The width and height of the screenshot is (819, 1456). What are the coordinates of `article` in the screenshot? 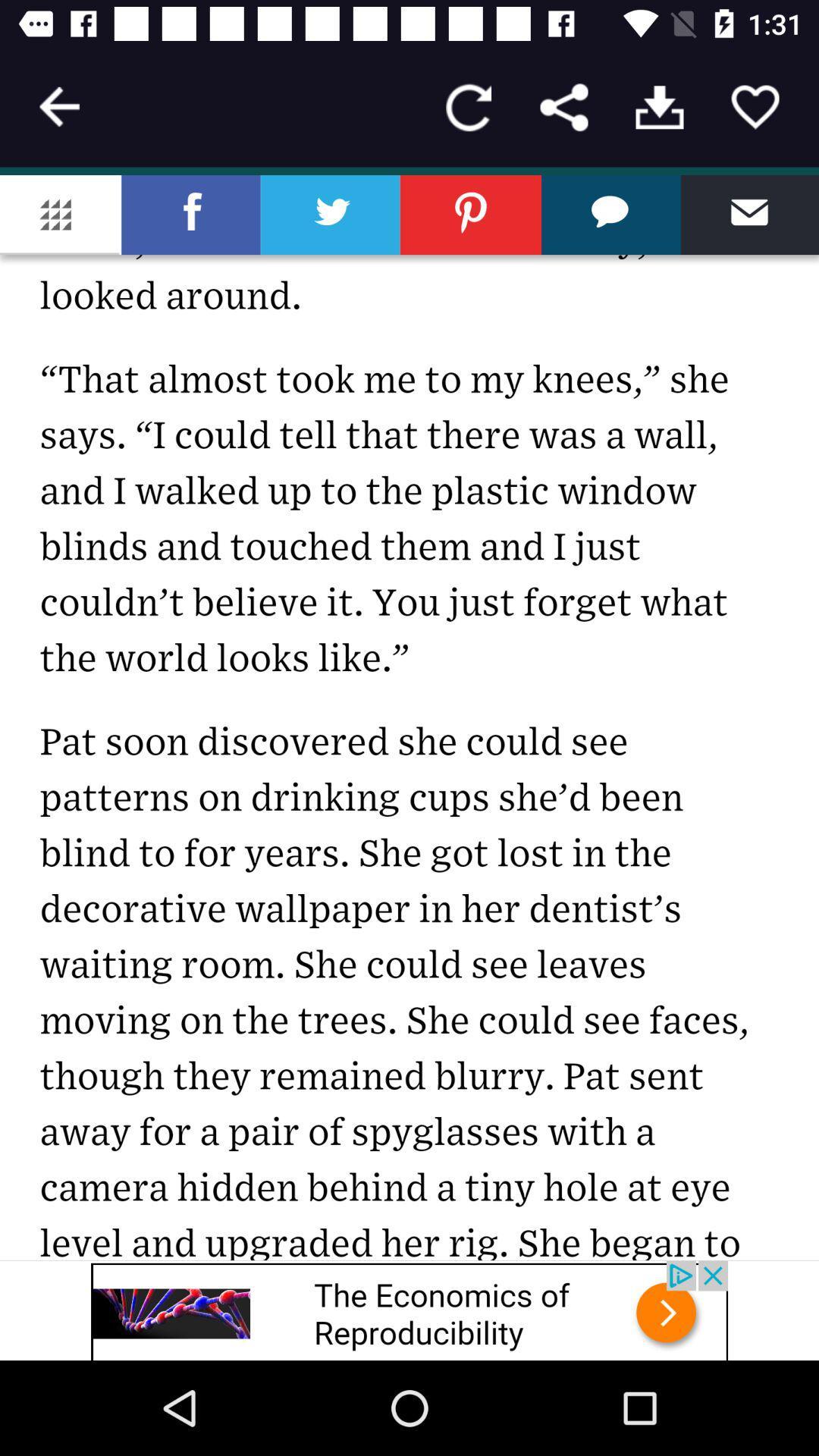 It's located at (755, 106).